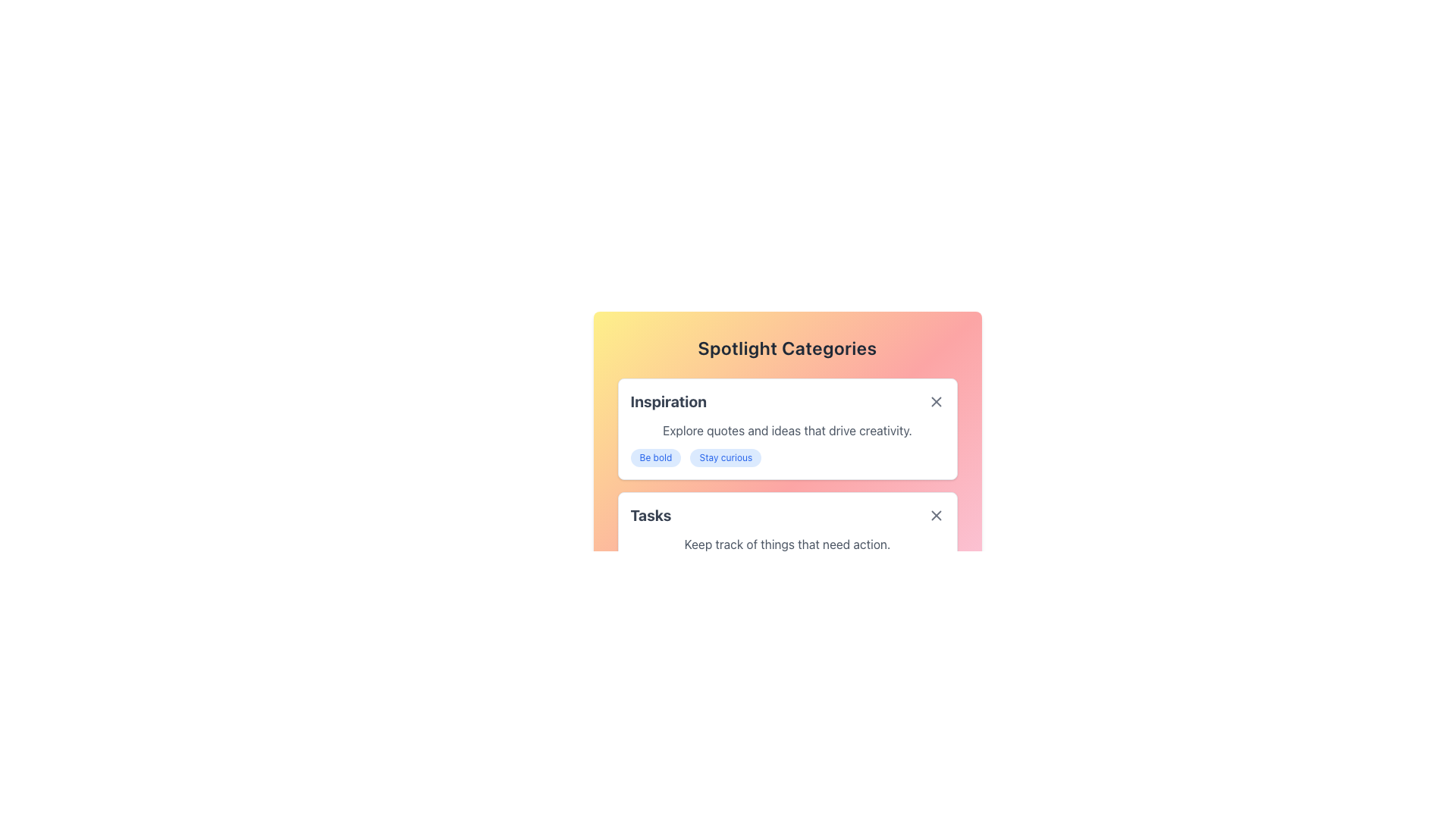 The height and width of the screenshot is (819, 1456). Describe the element at coordinates (787, 422) in the screenshot. I see `the 'Inspiration' informational card located at the top-center of the card stack under the heading 'Spotlight Categories.'` at that location.